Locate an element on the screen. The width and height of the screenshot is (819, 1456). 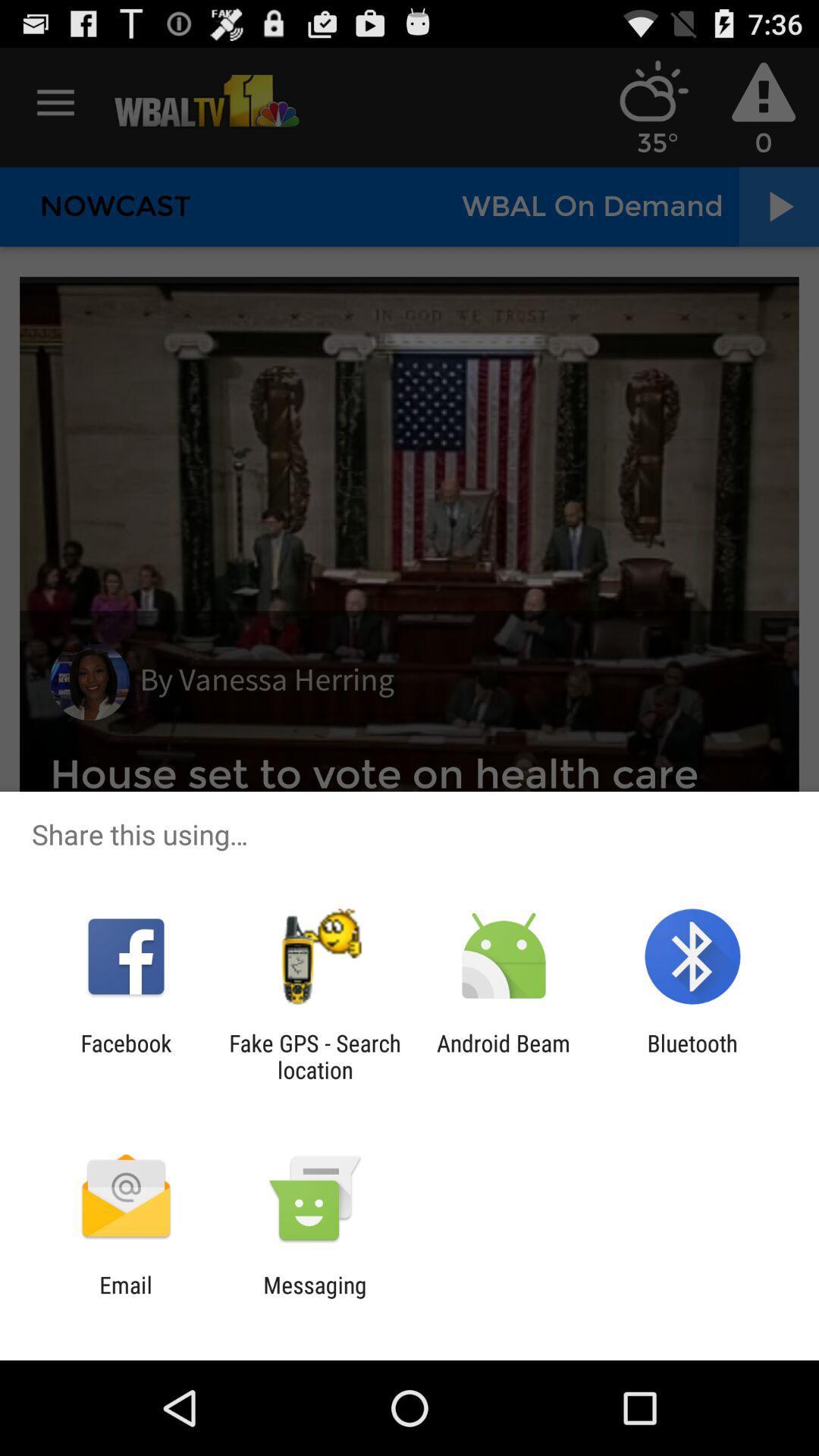
the bluetooth is located at coordinates (692, 1056).